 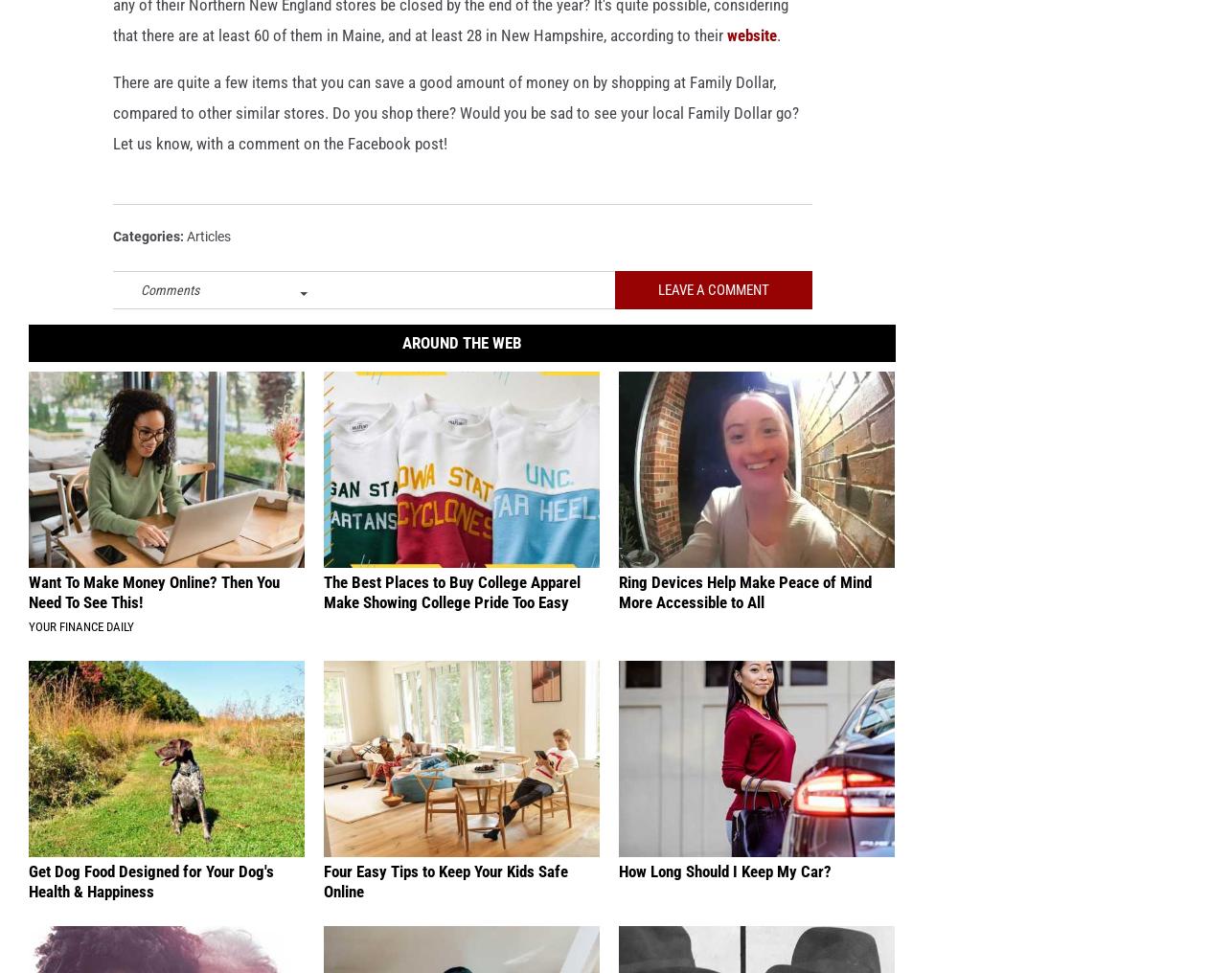 I want to click on 'Articles', so click(x=208, y=265).